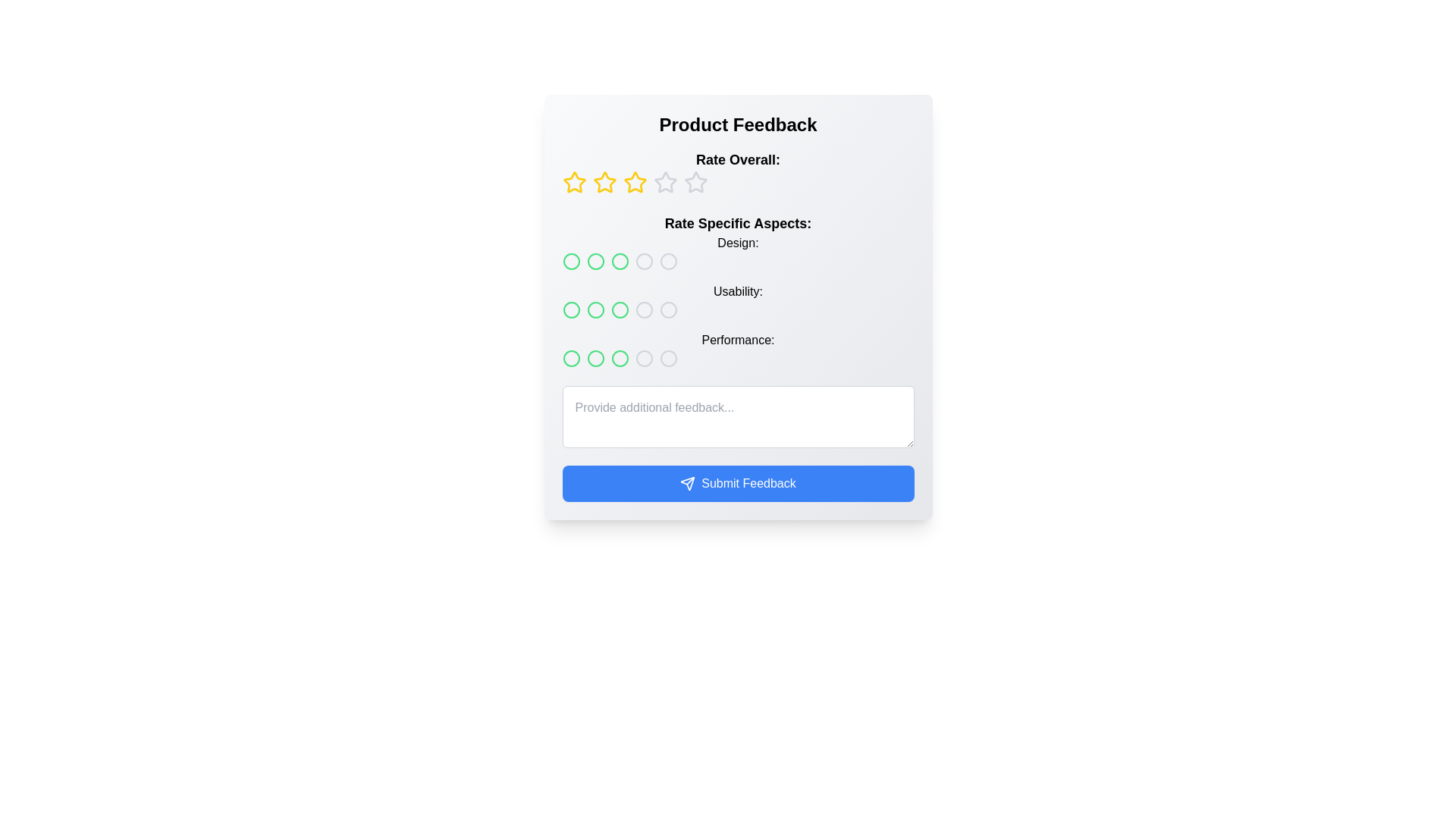  What do you see at coordinates (570, 309) in the screenshot?
I see `the first circular rating button in the second row of the 'Usability' rating category` at bounding box center [570, 309].